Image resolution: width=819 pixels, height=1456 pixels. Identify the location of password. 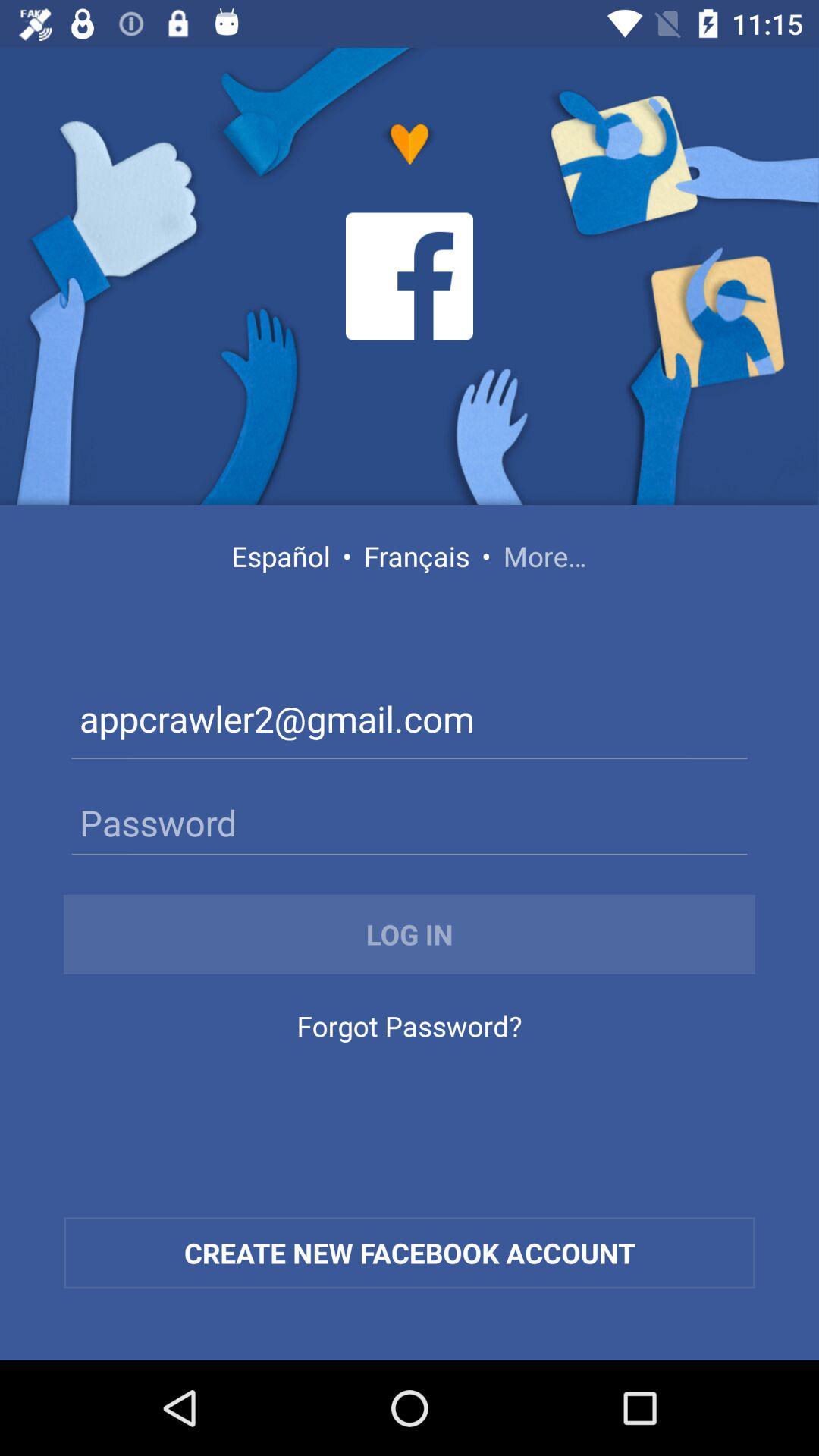
(409, 821).